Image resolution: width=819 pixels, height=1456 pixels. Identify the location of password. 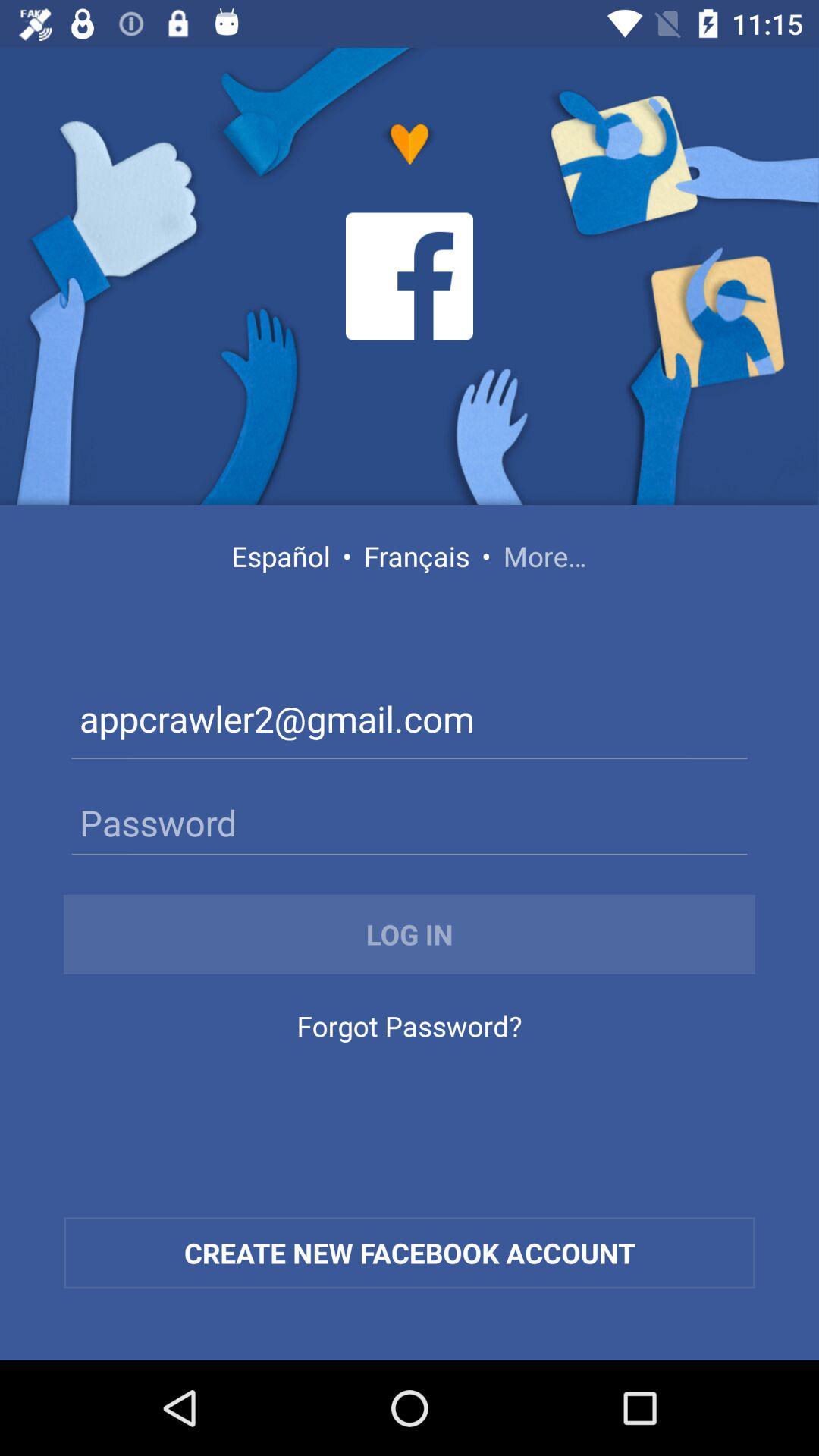
(409, 821).